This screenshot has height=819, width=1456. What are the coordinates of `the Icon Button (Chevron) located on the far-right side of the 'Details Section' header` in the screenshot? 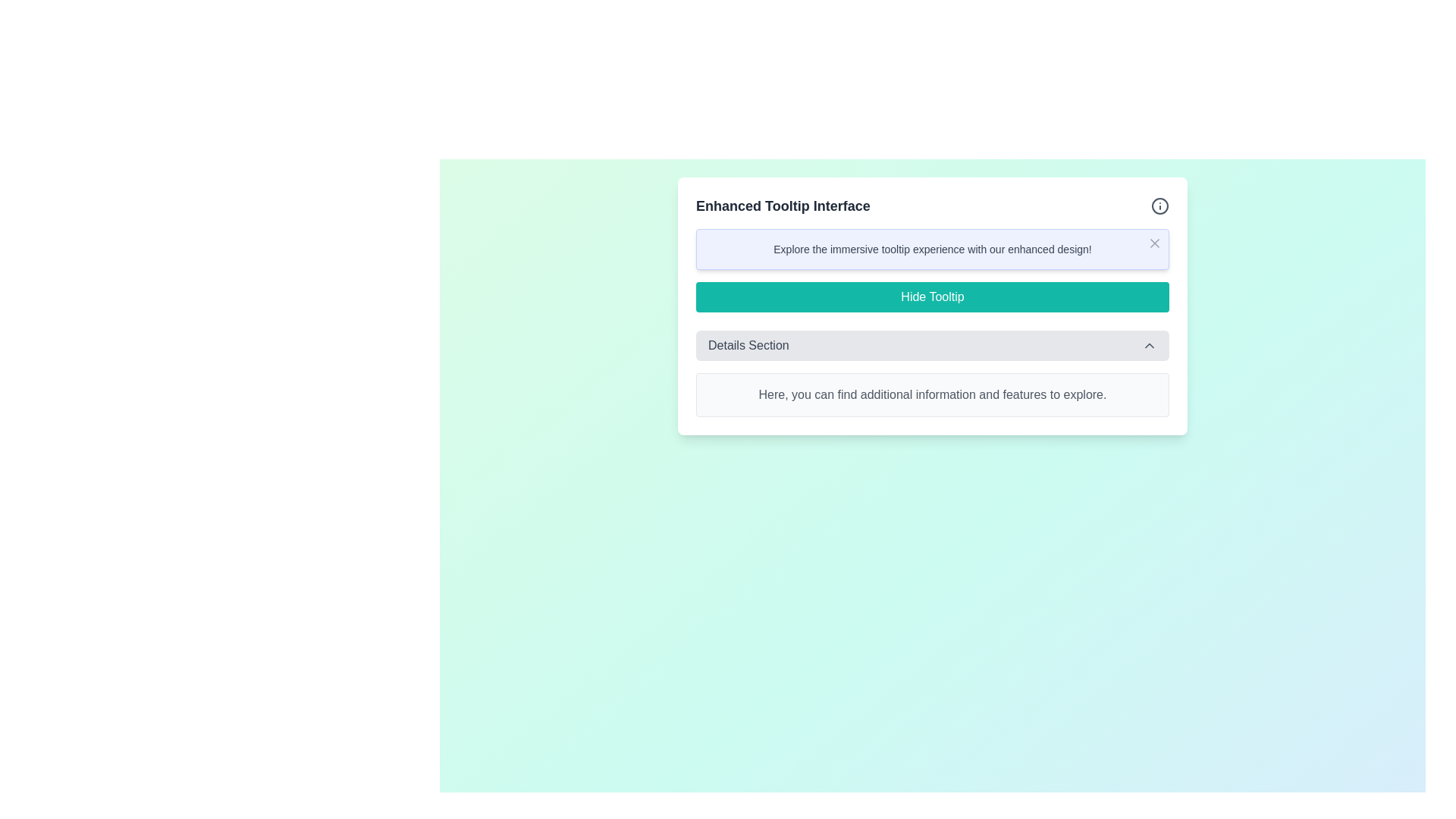 It's located at (1150, 345).